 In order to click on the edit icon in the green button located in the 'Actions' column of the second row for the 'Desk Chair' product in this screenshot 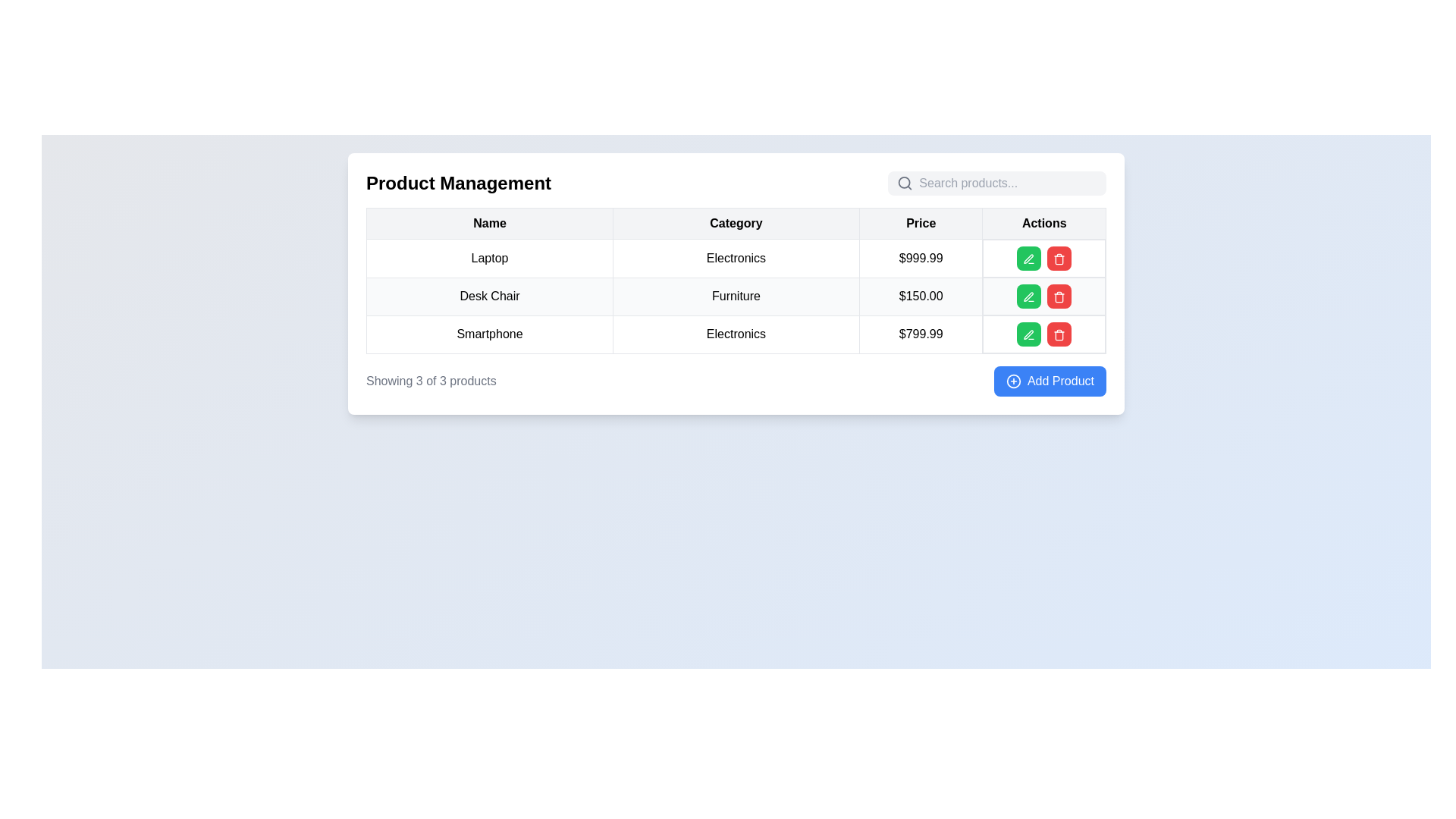, I will do `click(1029, 297)`.